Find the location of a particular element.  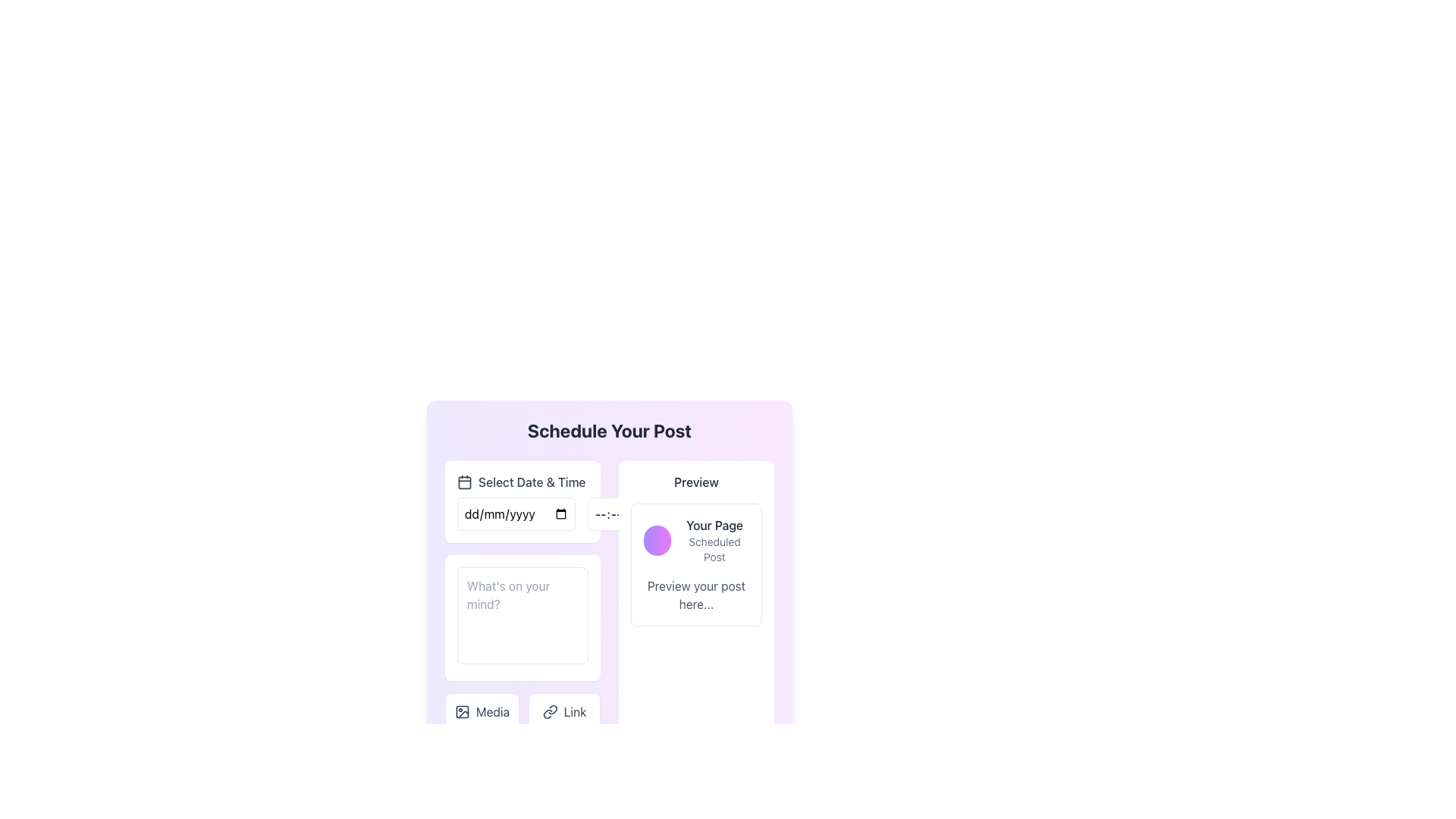

the title/header text block for the post preview indicating 'Your Page' and 'Scheduled Post' located in the upper-right corner of the 'Preview' section is located at coordinates (695, 540).